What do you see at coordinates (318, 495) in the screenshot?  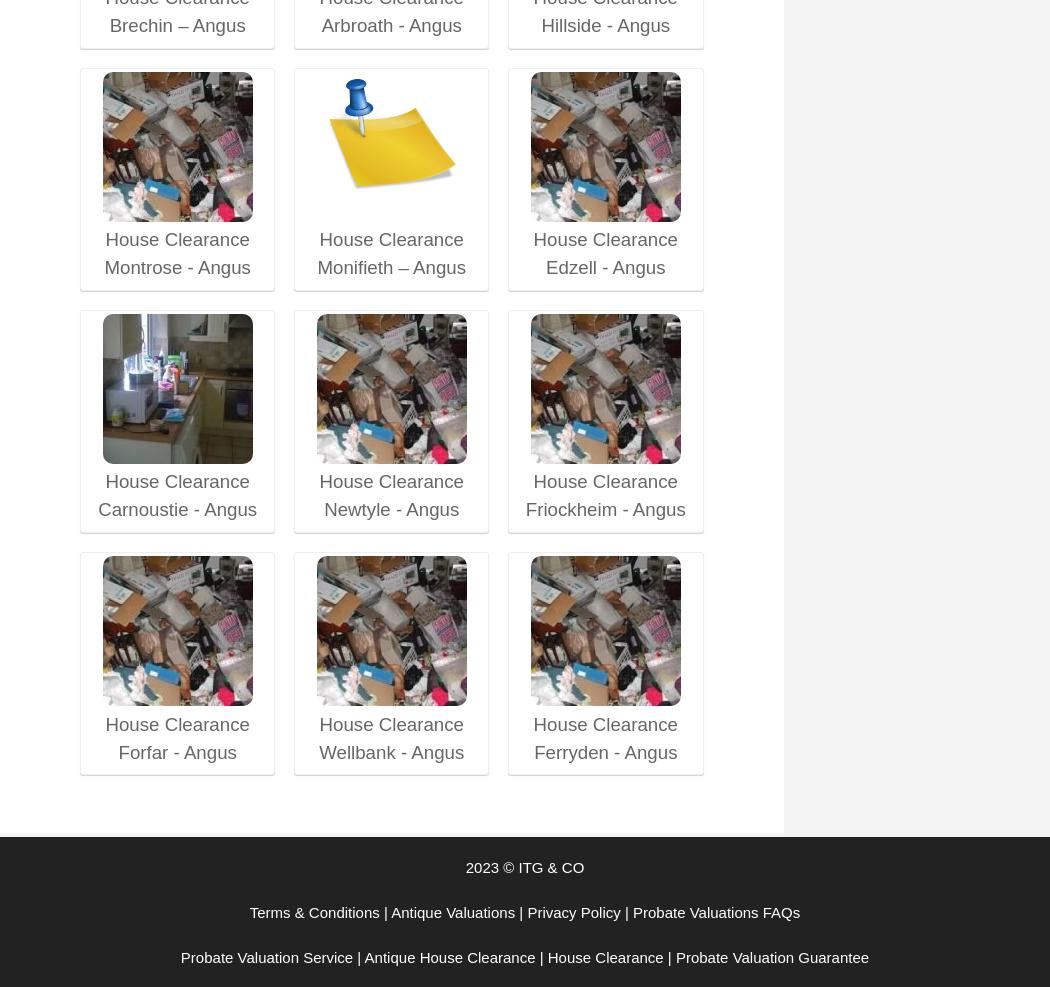 I see `'House Clearance Newtyle - Angus'` at bounding box center [318, 495].